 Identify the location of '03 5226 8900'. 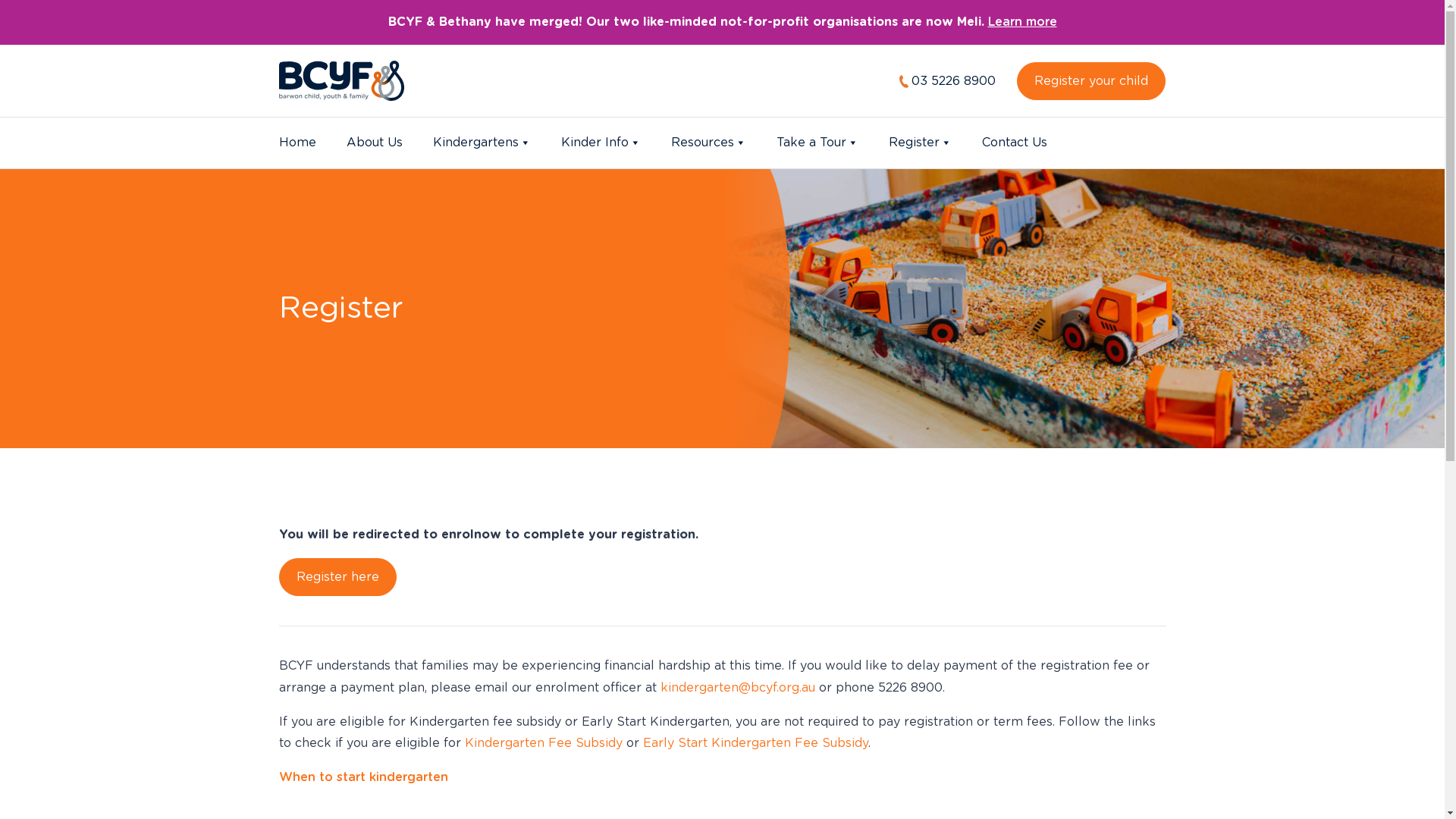
(946, 81).